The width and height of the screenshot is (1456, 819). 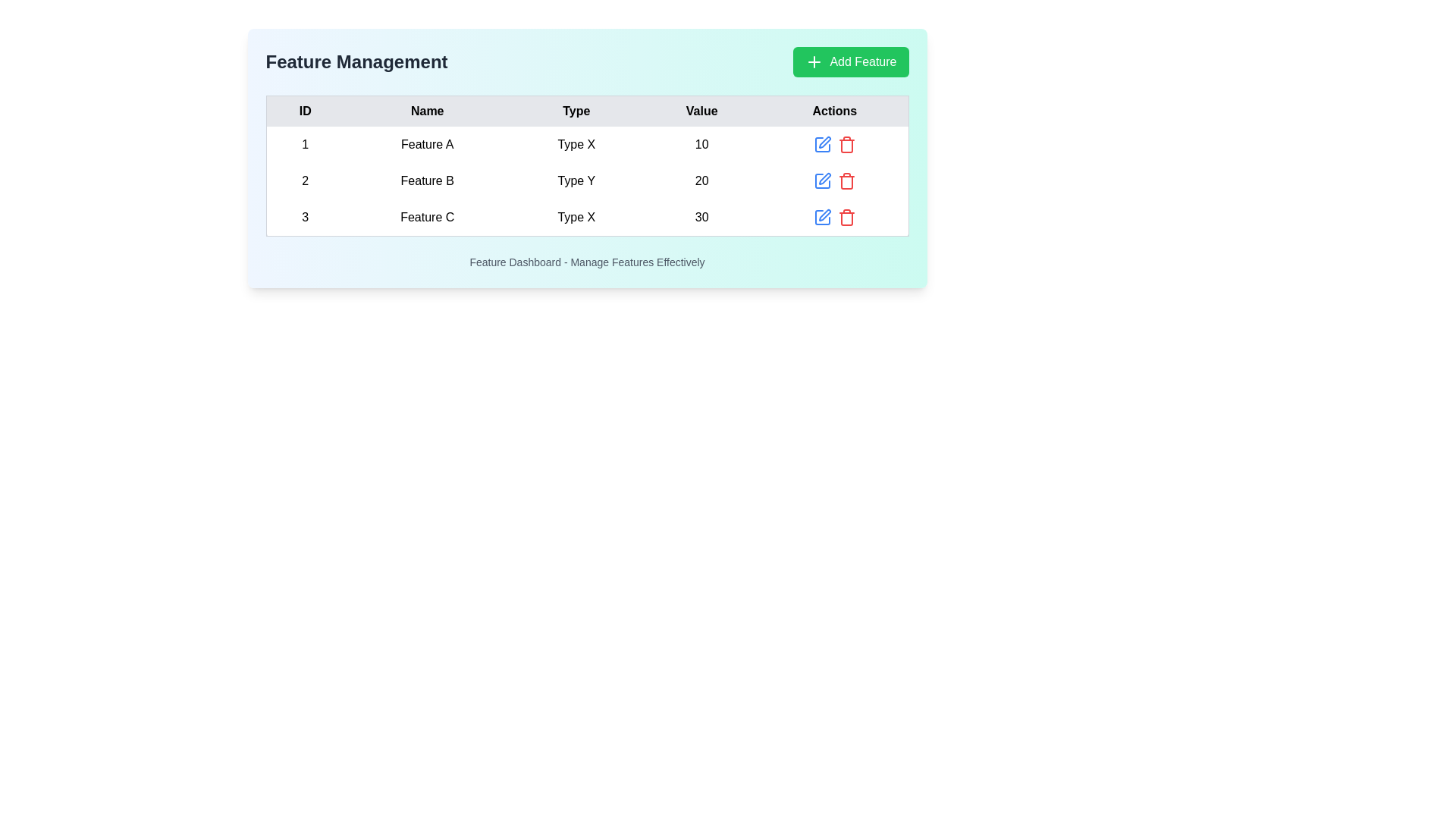 What do you see at coordinates (851, 61) in the screenshot?
I see `the green button labeled 'Add Feature' to observe the hover effect` at bounding box center [851, 61].